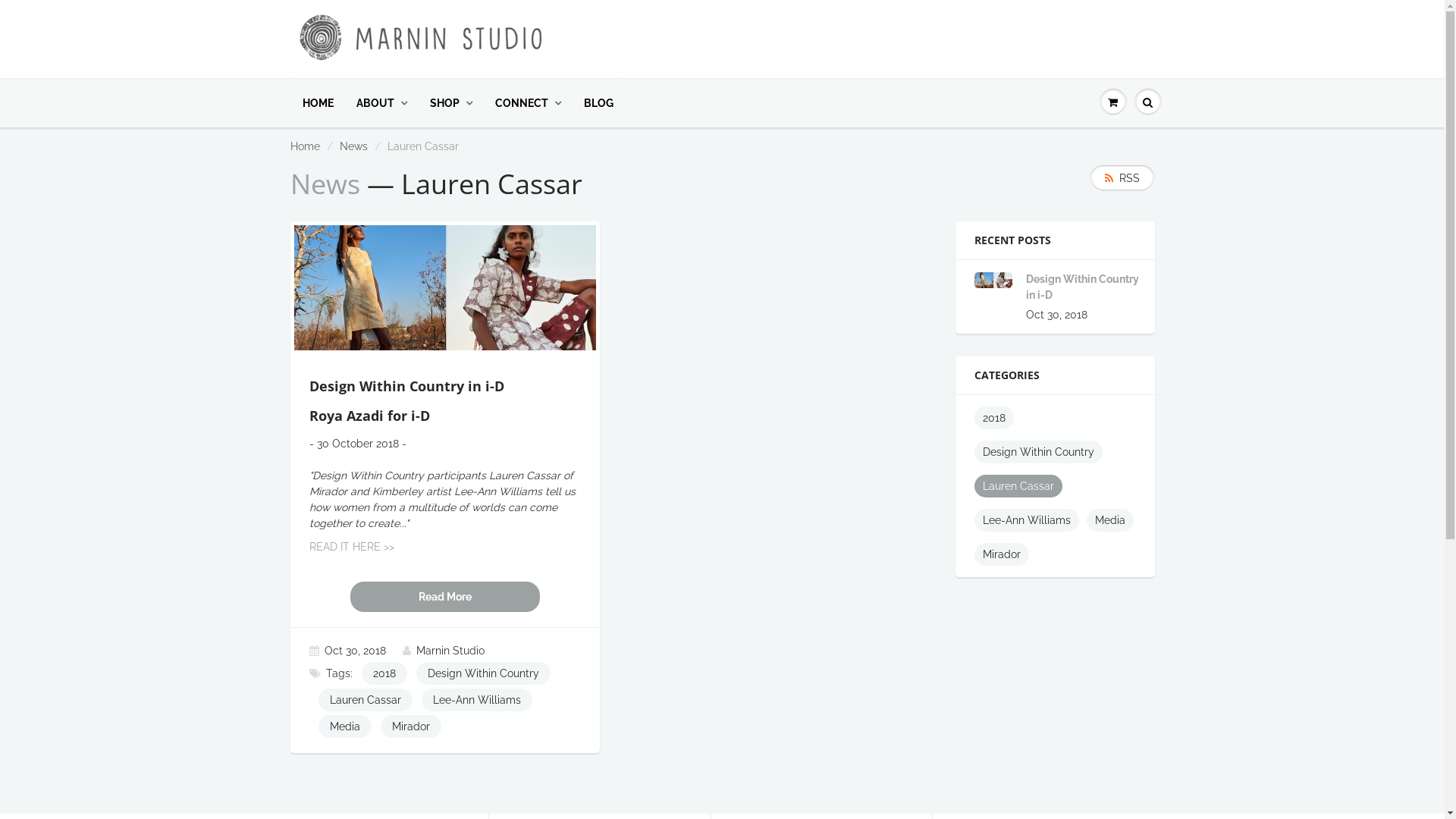 This screenshot has width=1456, height=819. What do you see at coordinates (993, 418) in the screenshot?
I see `'2018'` at bounding box center [993, 418].